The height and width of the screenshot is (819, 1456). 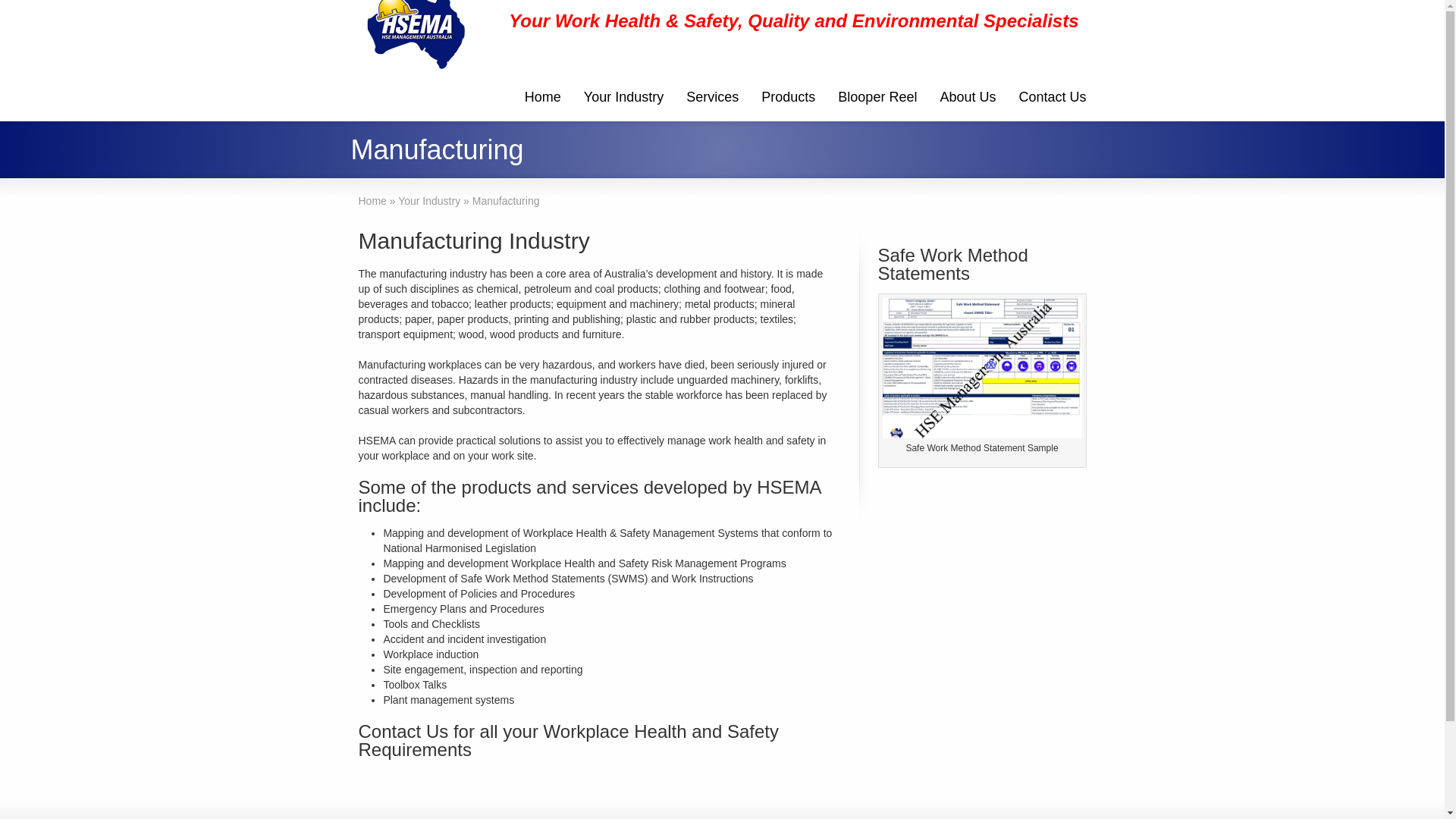 What do you see at coordinates (967, 99) in the screenshot?
I see `'About Us'` at bounding box center [967, 99].